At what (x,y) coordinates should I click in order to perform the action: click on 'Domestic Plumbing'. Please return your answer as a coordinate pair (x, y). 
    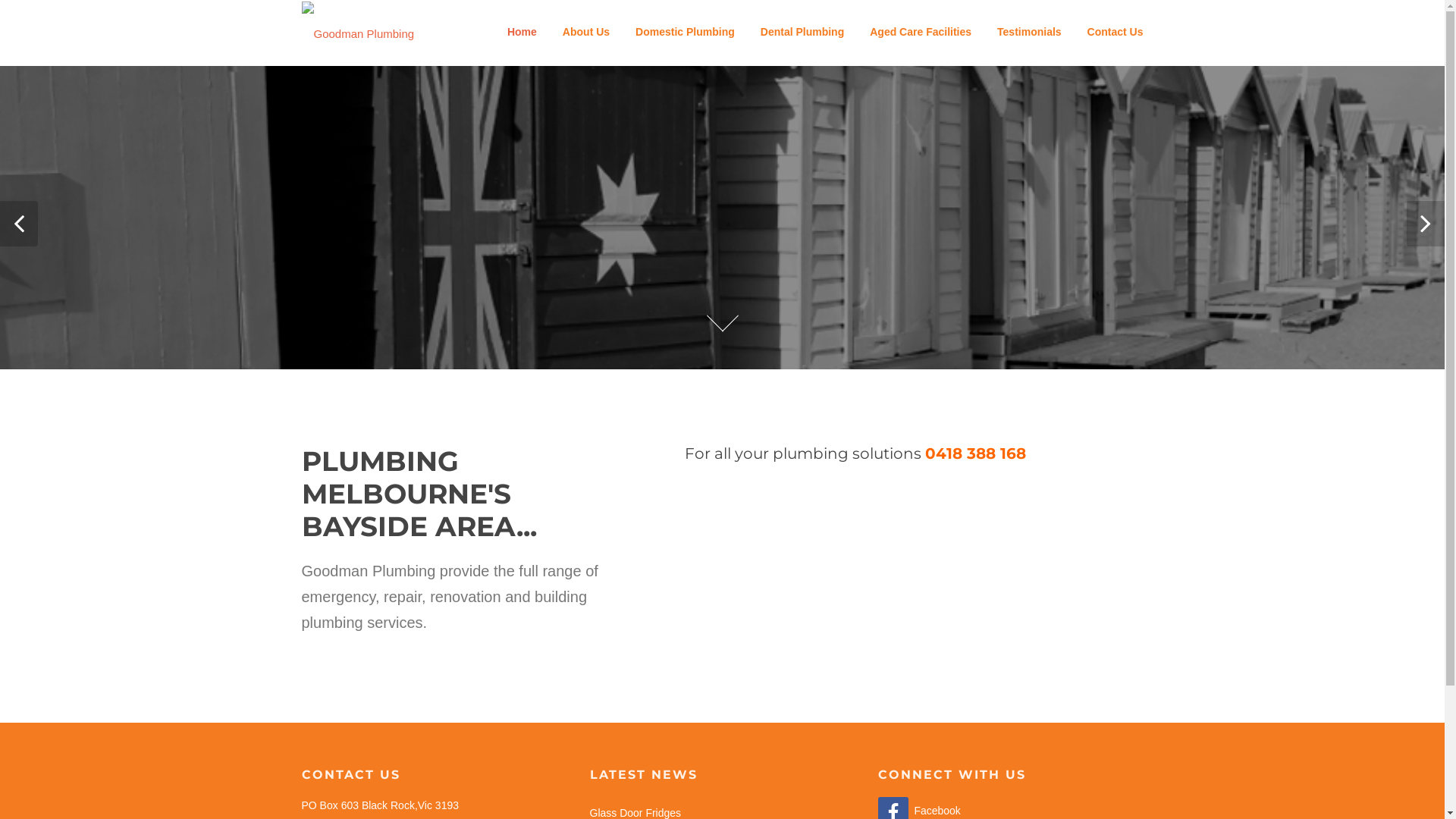
    Looking at the image, I should click on (622, 32).